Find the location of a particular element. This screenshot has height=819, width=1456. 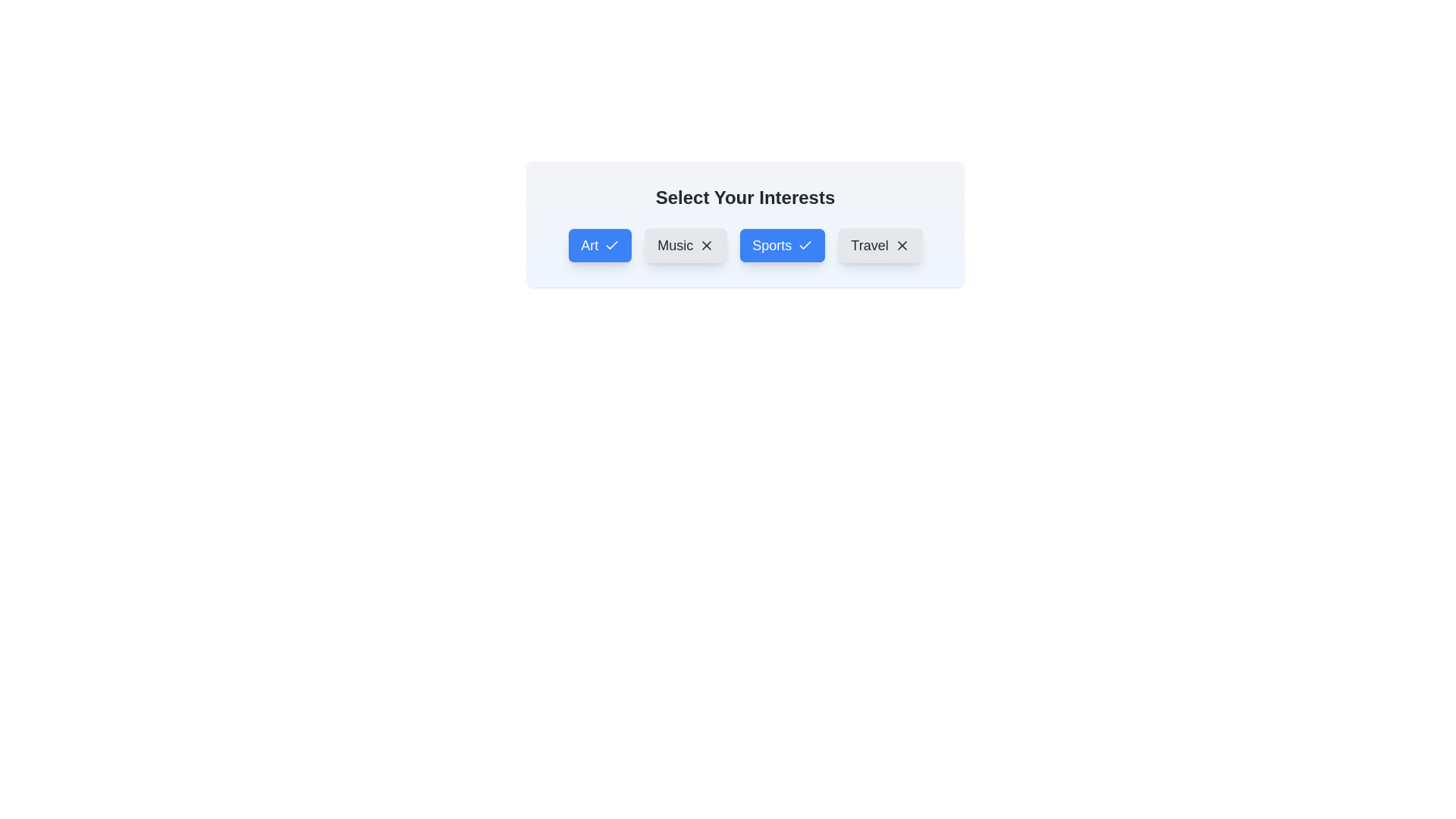

the interest item Music is located at coordinates (685, 245).